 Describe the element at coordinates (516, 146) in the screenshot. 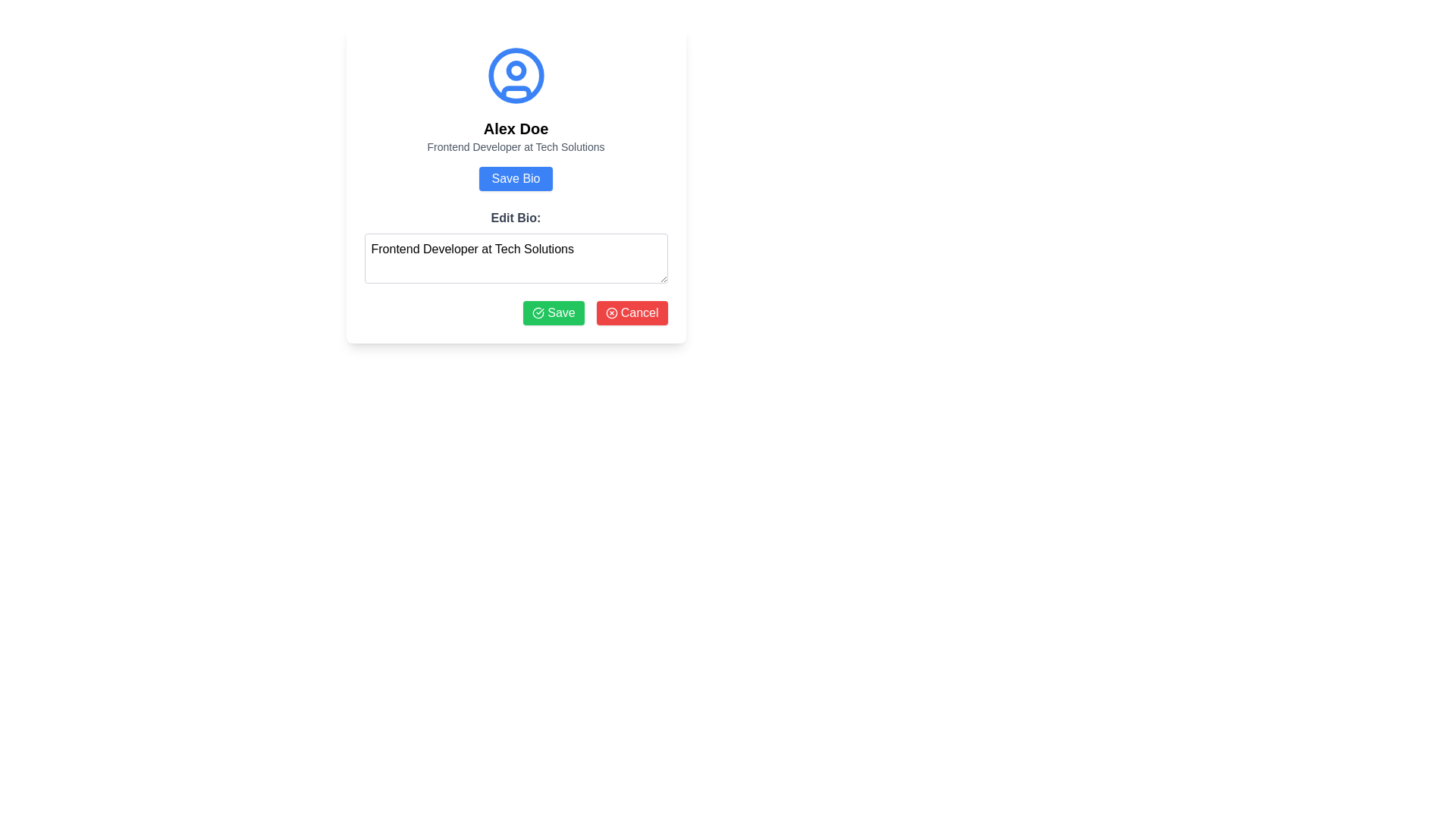

I see `the static text display indicating the professional title and workplace of the individual, located below the name 'Alex Doe'` at that location.